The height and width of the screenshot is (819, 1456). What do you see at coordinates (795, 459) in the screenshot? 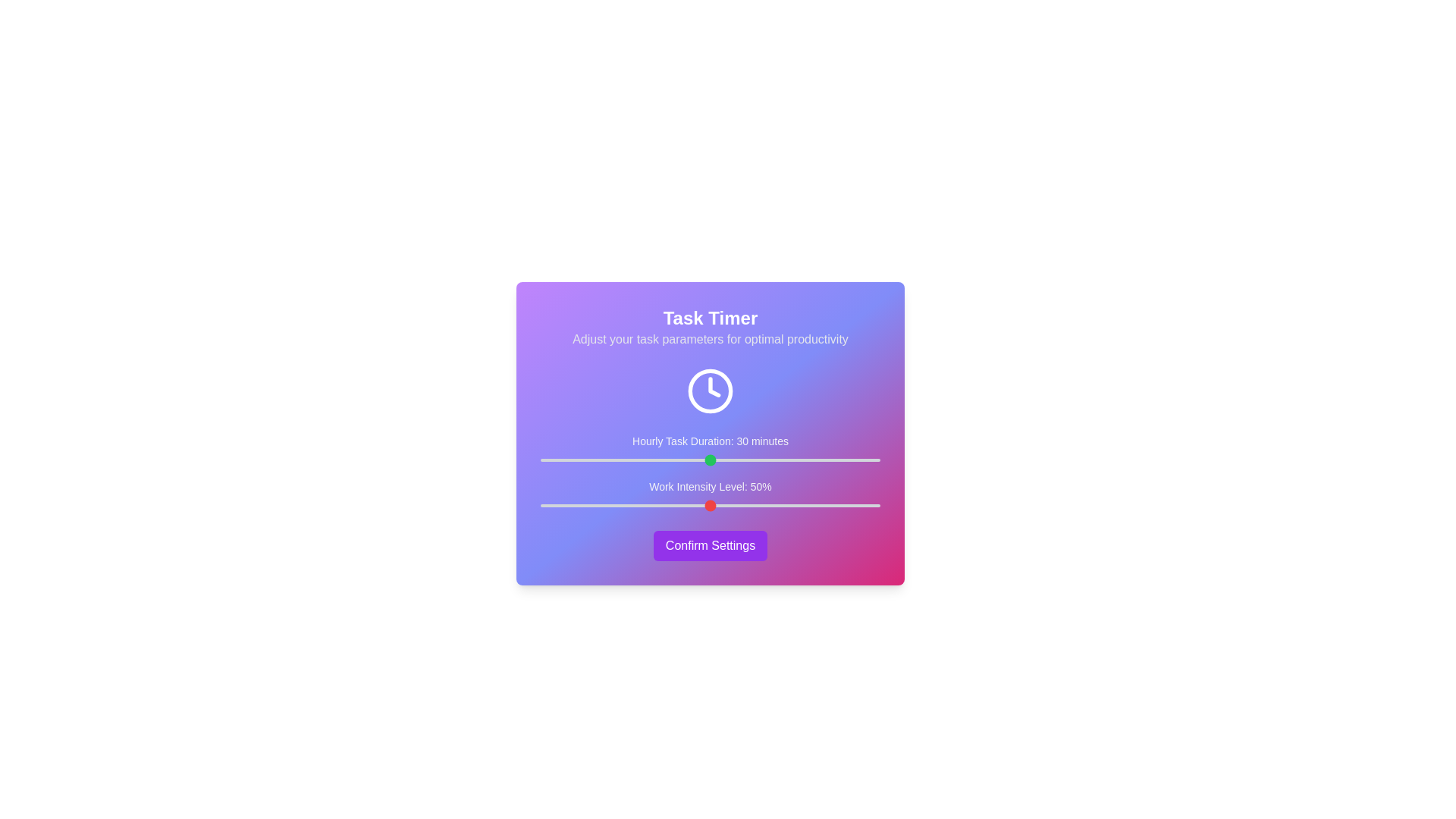
I see `the 'Hourly Task Duration' slider to 45 minutes` at bounding box center [795, 459].